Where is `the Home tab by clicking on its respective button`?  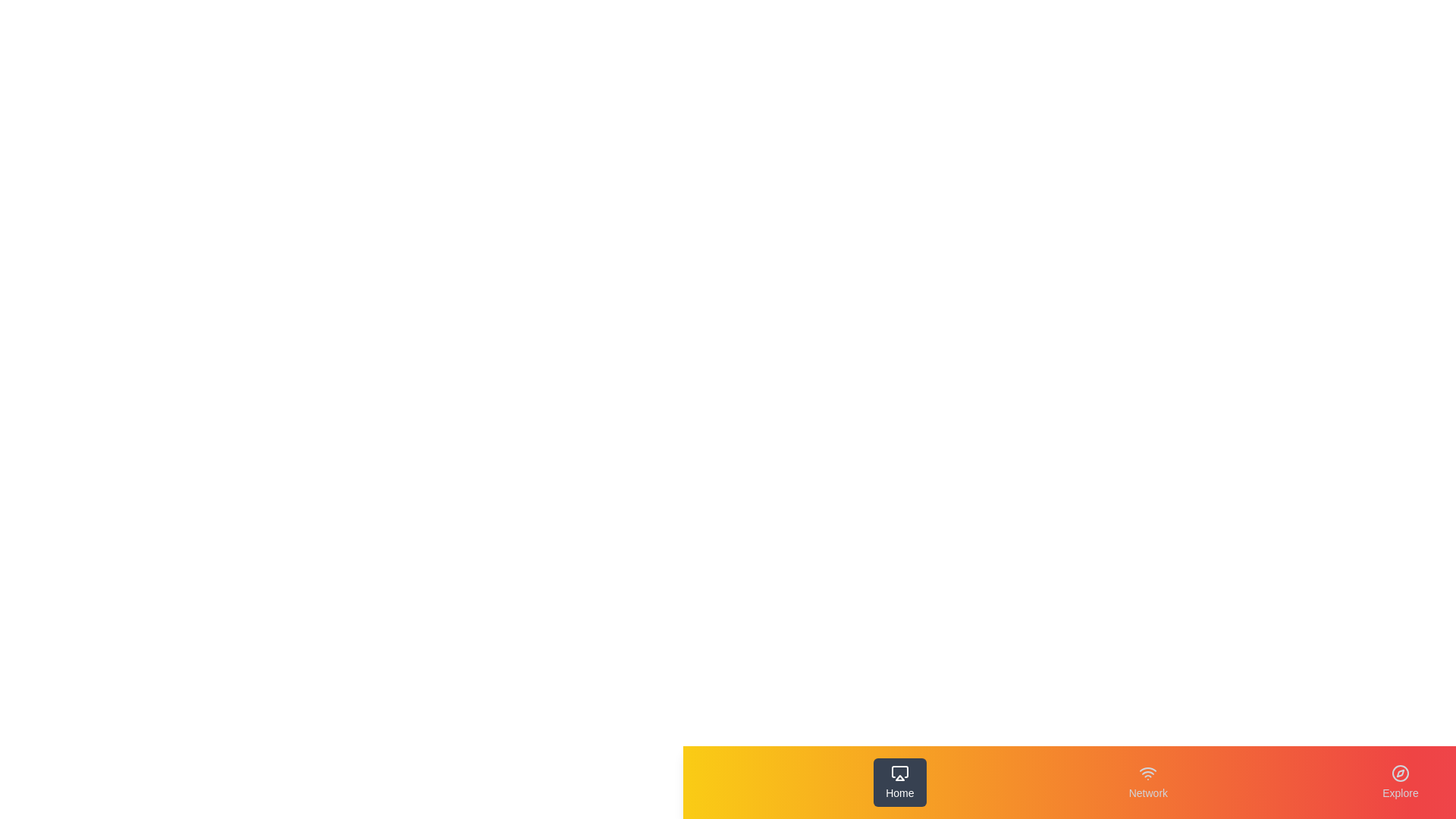
the Home tab by clicking on its respective button is located at coordinates (899, 783).